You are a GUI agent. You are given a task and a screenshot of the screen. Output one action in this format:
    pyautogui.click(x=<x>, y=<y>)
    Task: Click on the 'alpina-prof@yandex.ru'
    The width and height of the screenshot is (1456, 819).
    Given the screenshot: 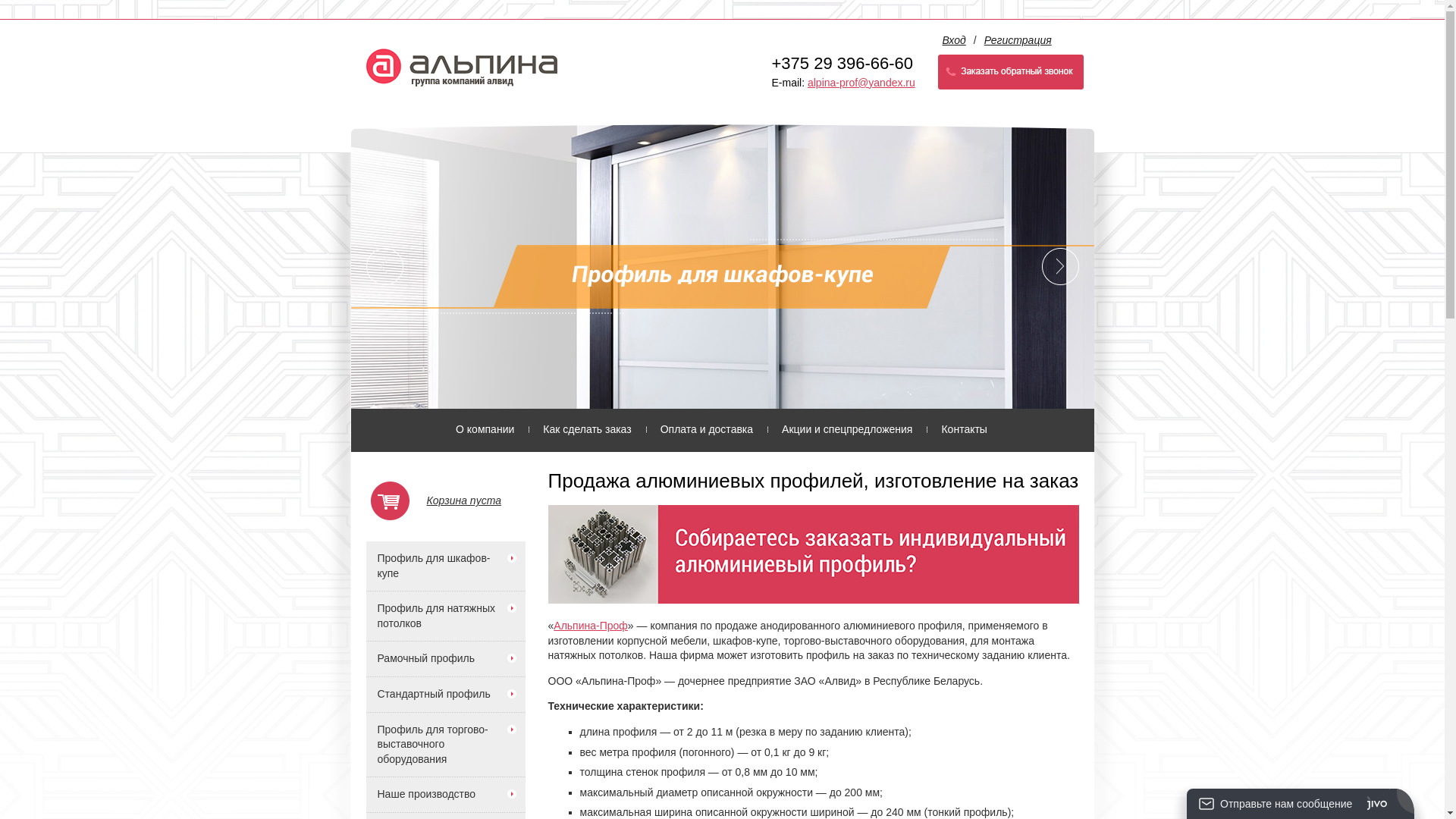 What is the action you would take?
    pyautogui.click(x=861, y=82)
    